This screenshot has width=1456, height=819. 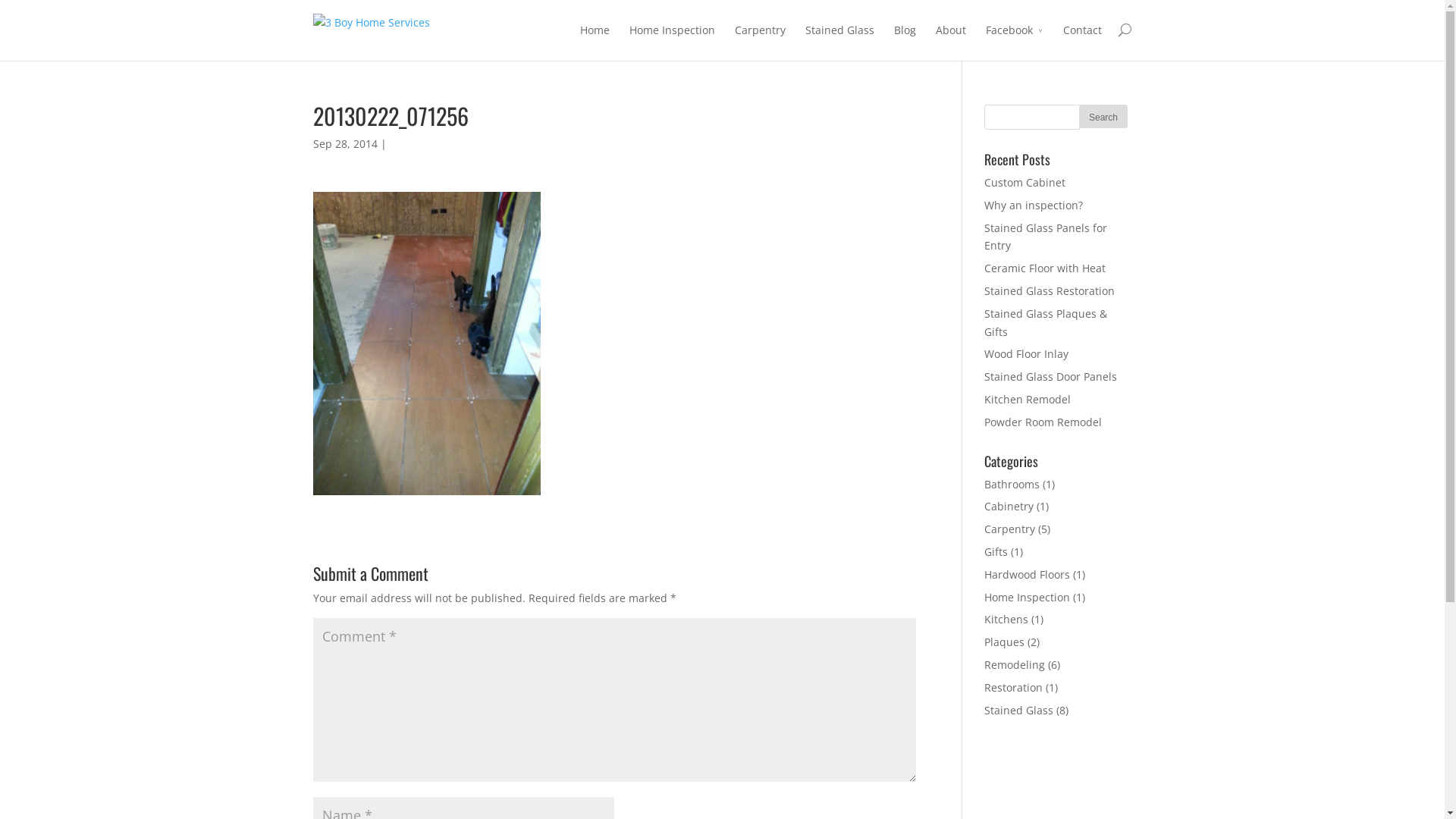 I want to click on 'Cabinetry', so click(x=984, y=506).